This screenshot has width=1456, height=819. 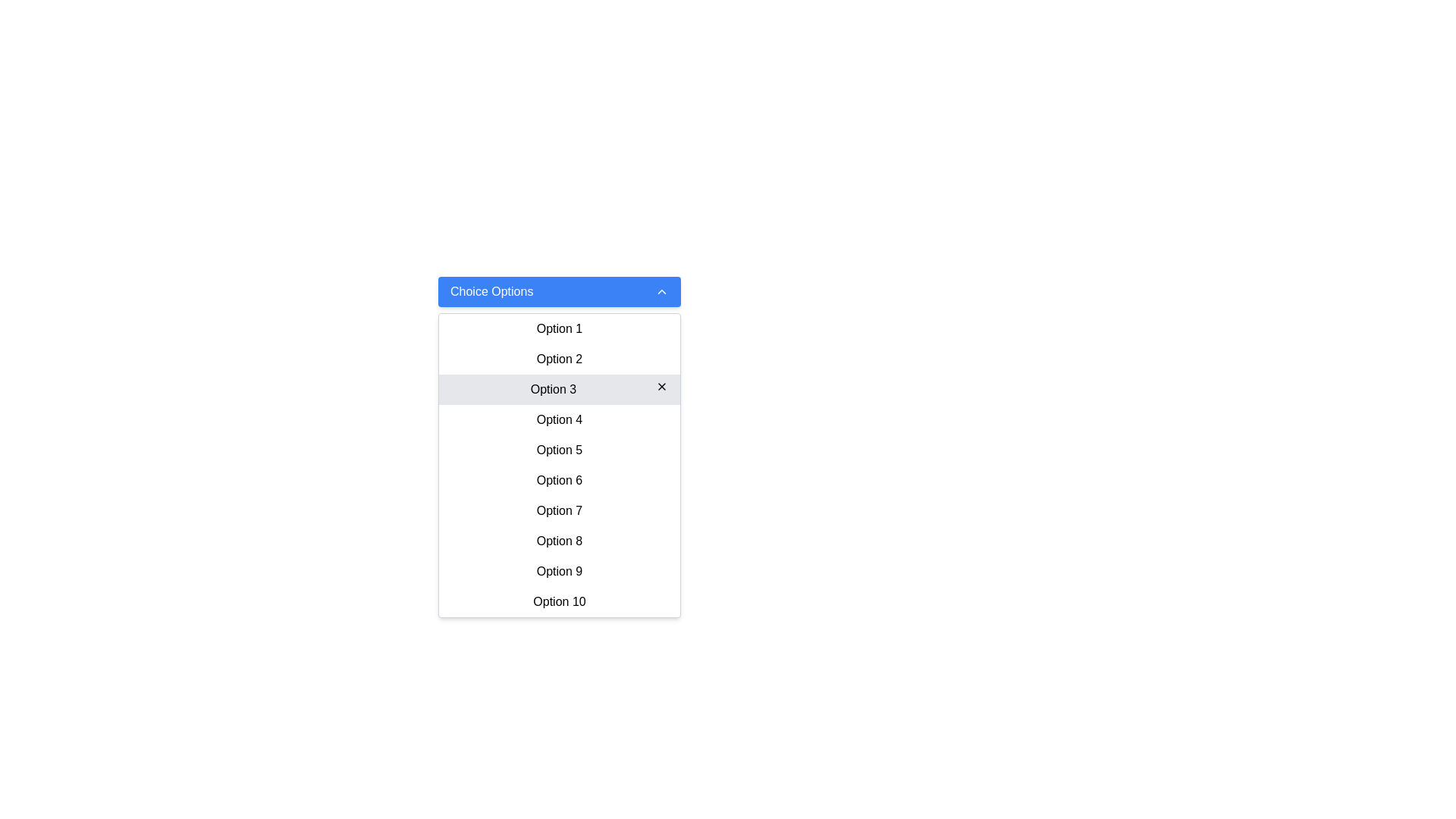 I want to click on the 'Option 6' item in the 'Choice Options' dropdown menu, so click(x=559, y=464).